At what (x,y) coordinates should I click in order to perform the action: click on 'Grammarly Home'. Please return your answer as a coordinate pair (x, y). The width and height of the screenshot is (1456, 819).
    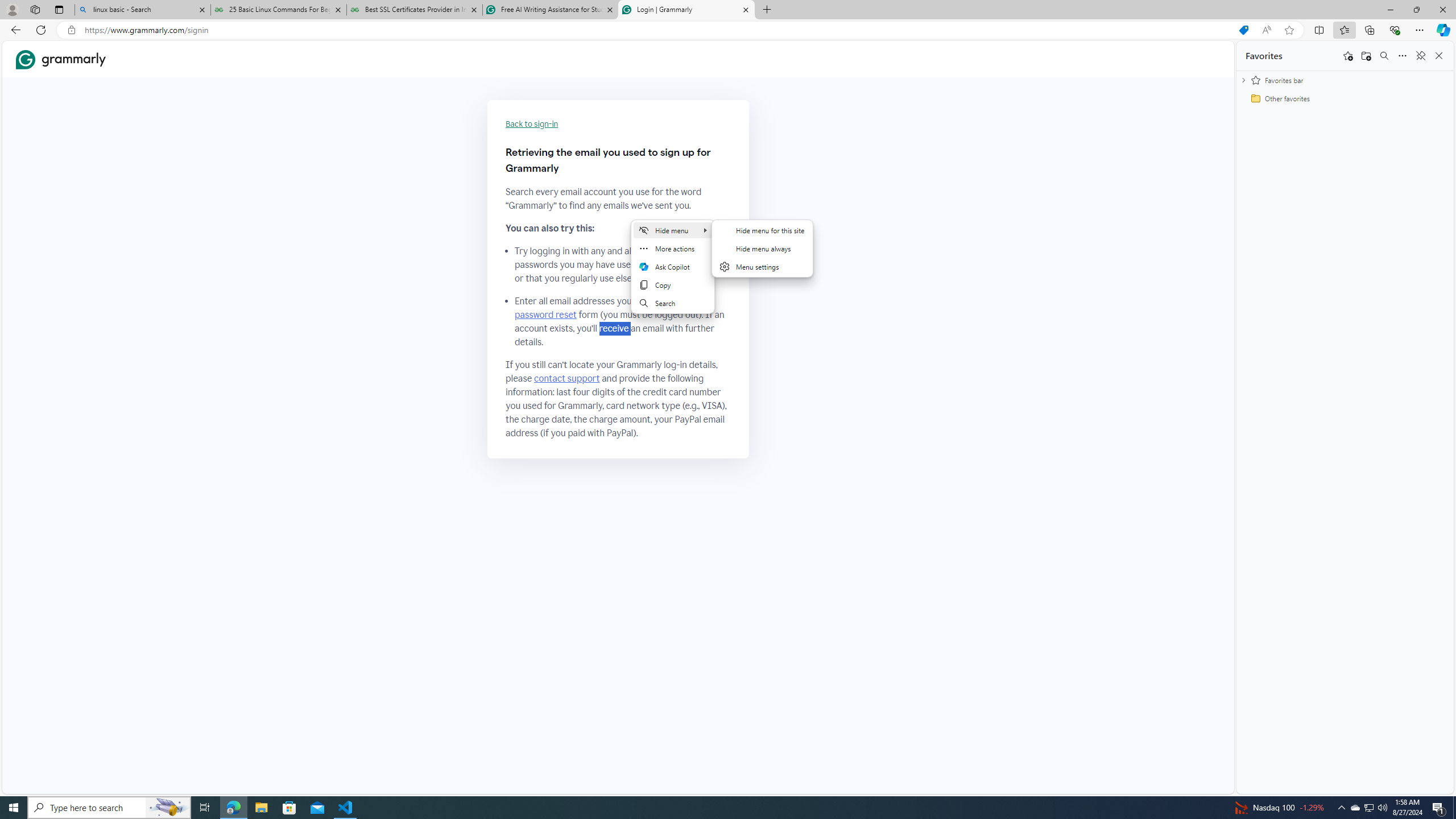
    Looking at the image, I should click on (60, 59).